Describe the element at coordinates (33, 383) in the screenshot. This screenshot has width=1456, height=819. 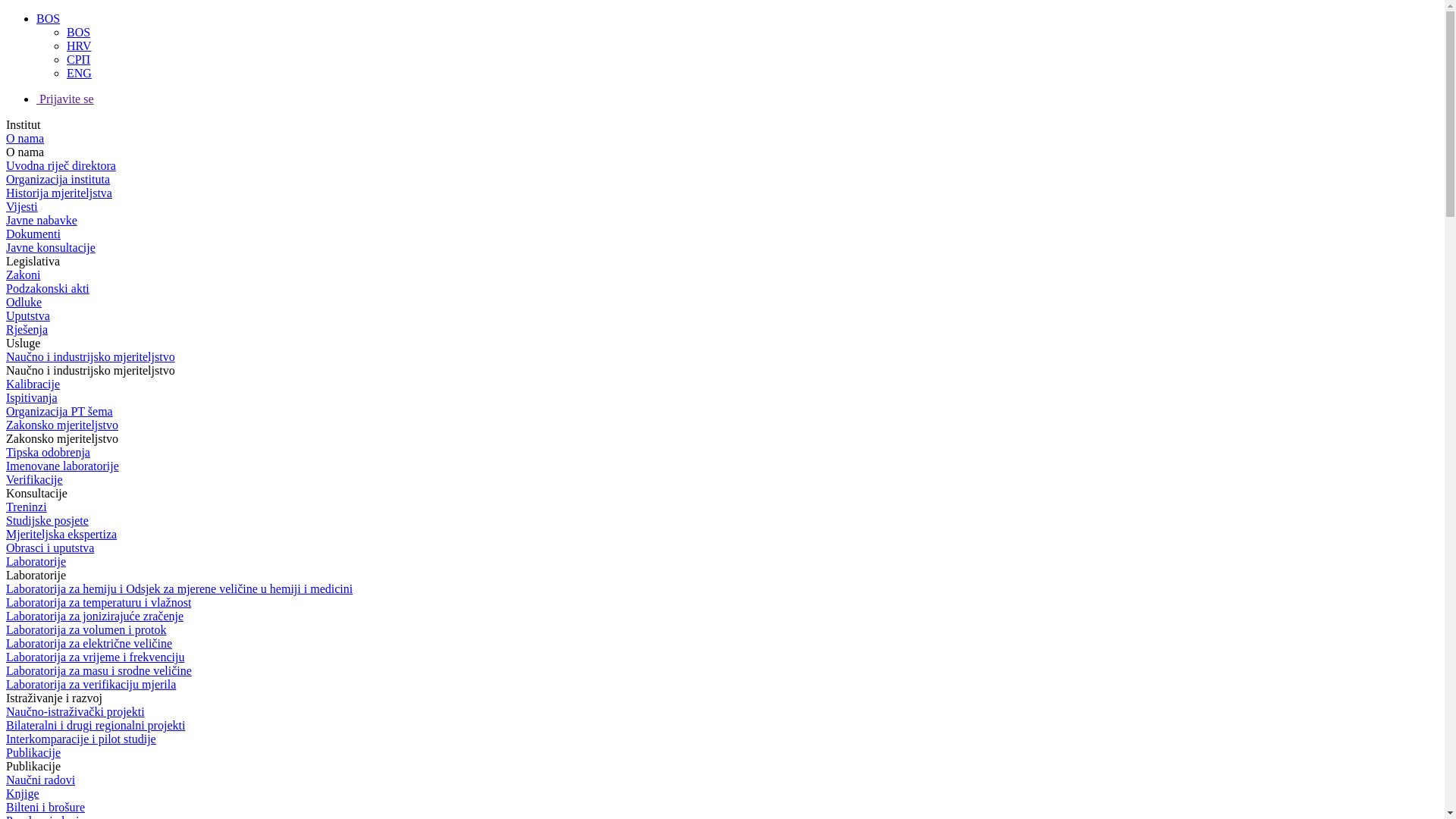
I see `'Kalibracije'` at that location.